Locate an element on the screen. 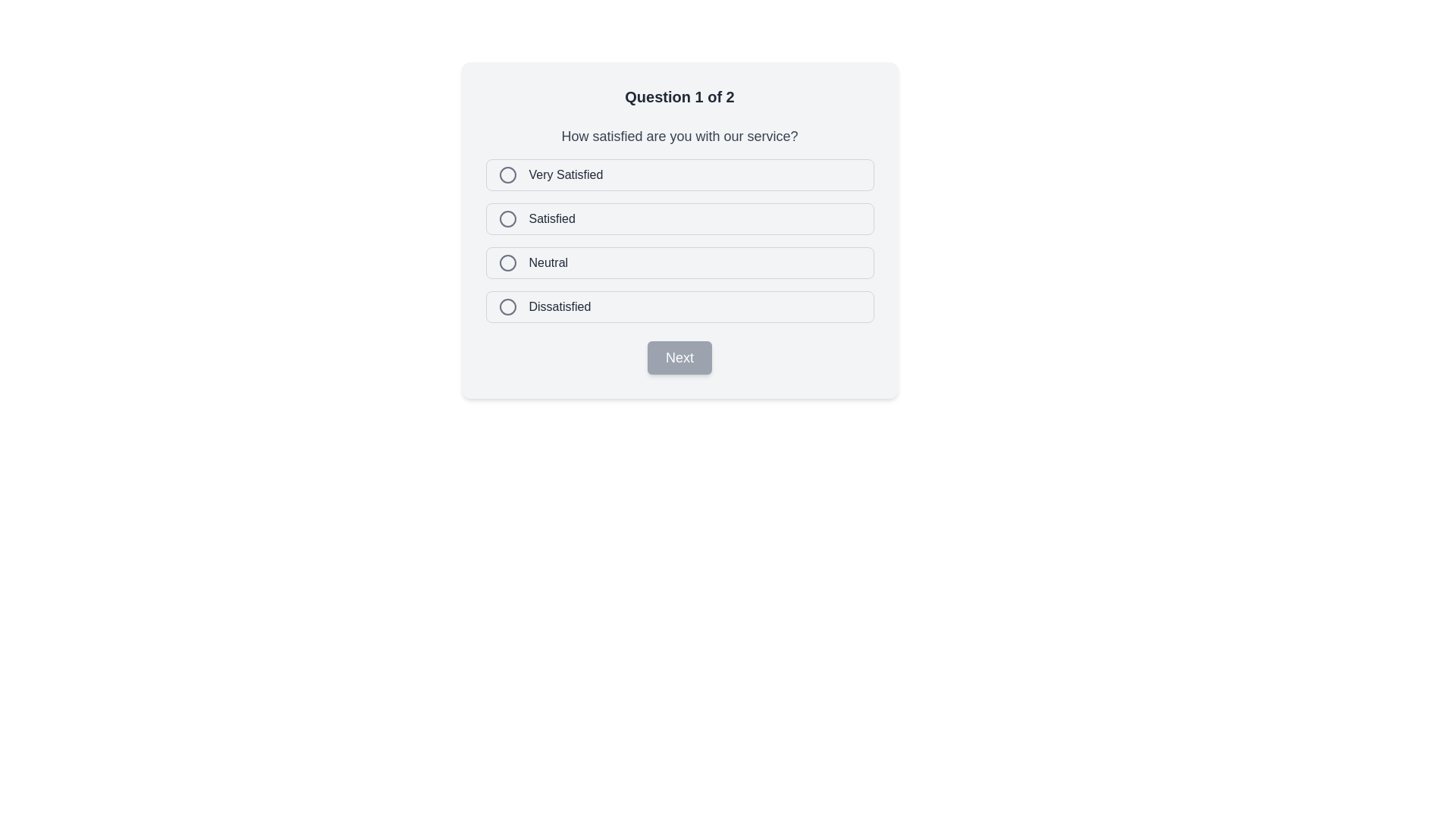 The image size is (1456, 819). the unselected radio button located to the left of the 'Satisfied' label in the second row of the questionnaire interface is located at coordinates (507, 219).